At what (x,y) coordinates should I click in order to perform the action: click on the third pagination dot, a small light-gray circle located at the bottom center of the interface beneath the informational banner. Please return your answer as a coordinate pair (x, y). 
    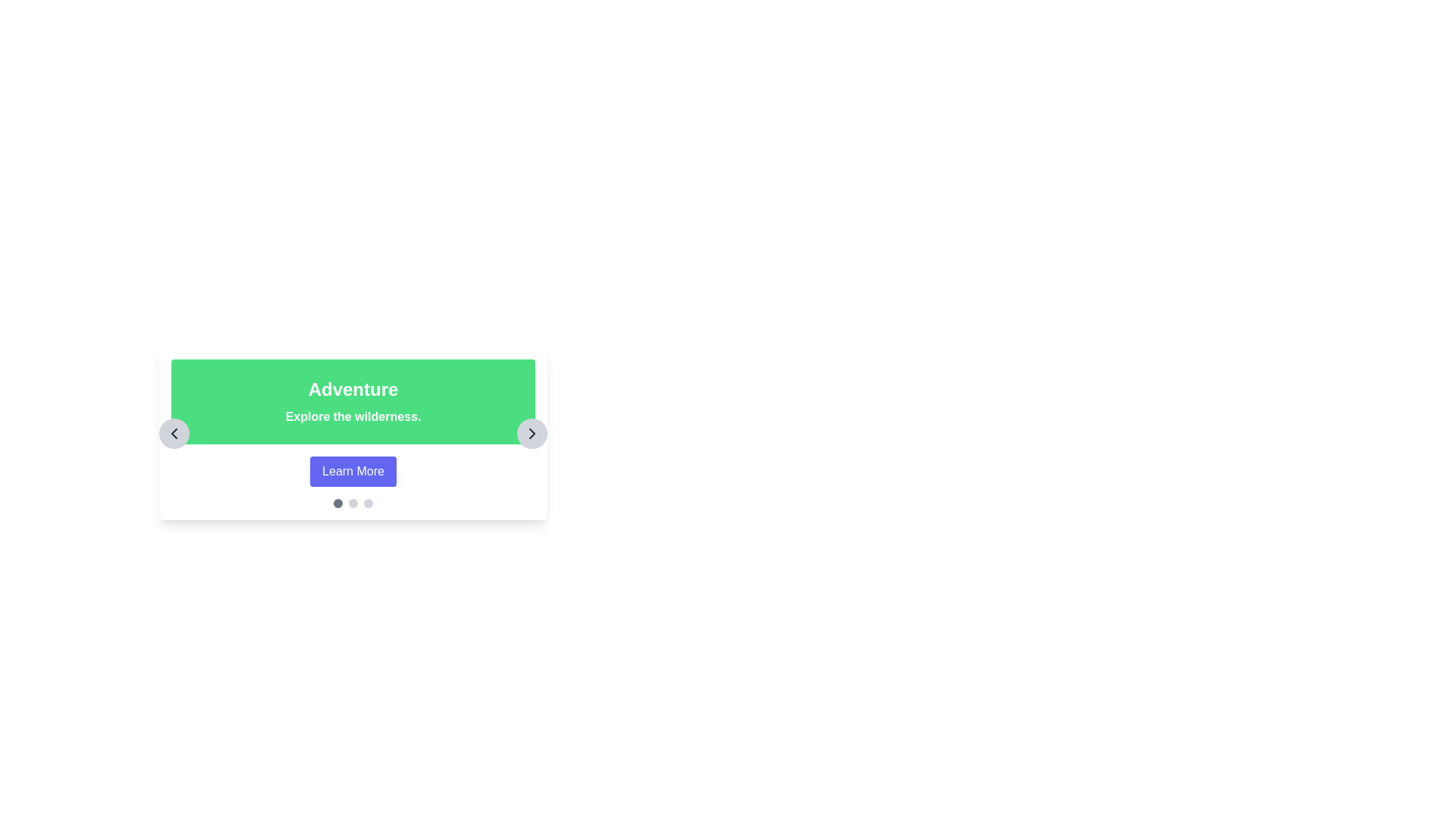
    Looking at the image, I should click on (368, 503).